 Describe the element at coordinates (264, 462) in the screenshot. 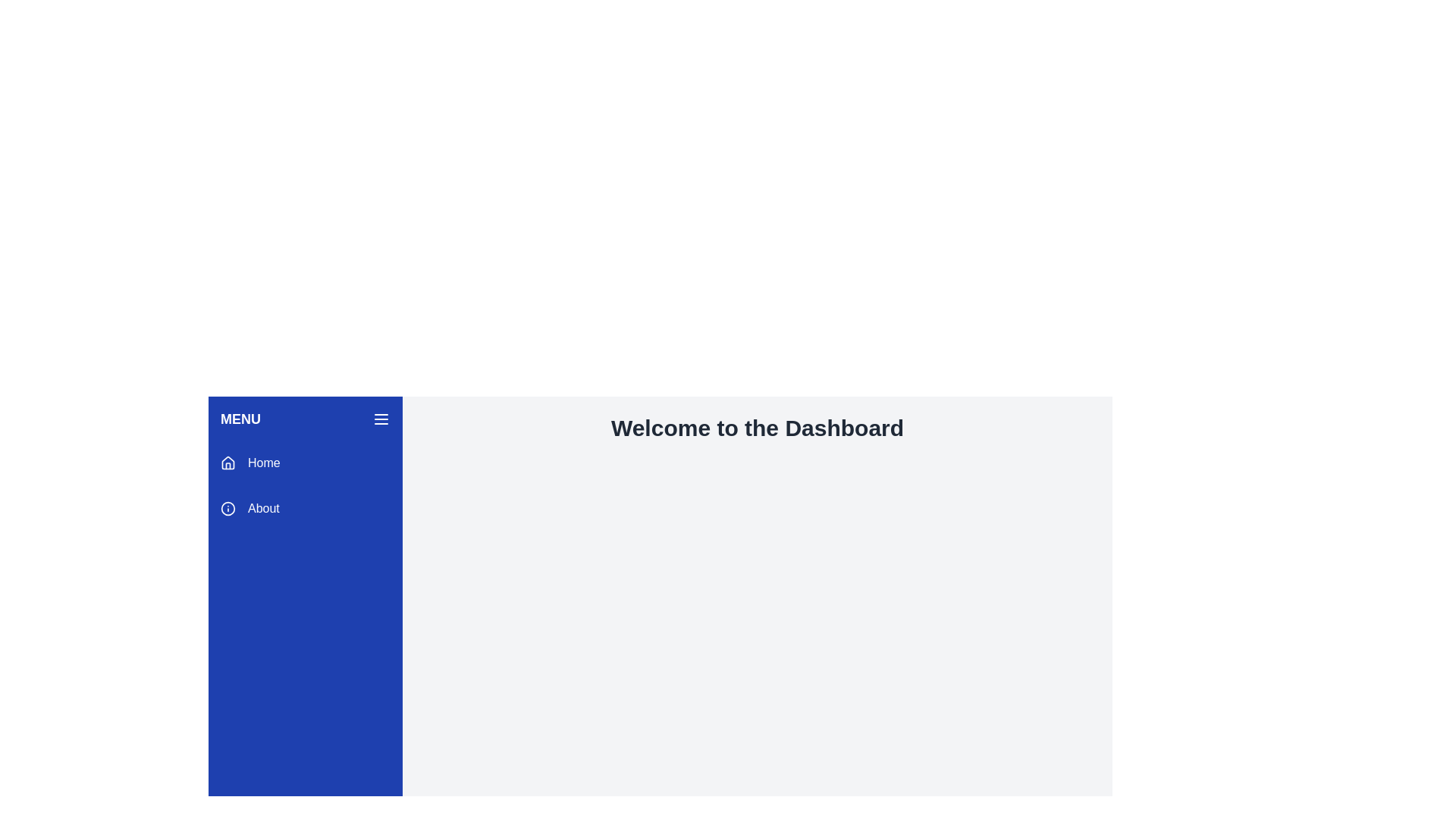

I see `the content of the 'Home' text label in the blue sidebar menu, which is aligned to the left after the house icon` at that location.